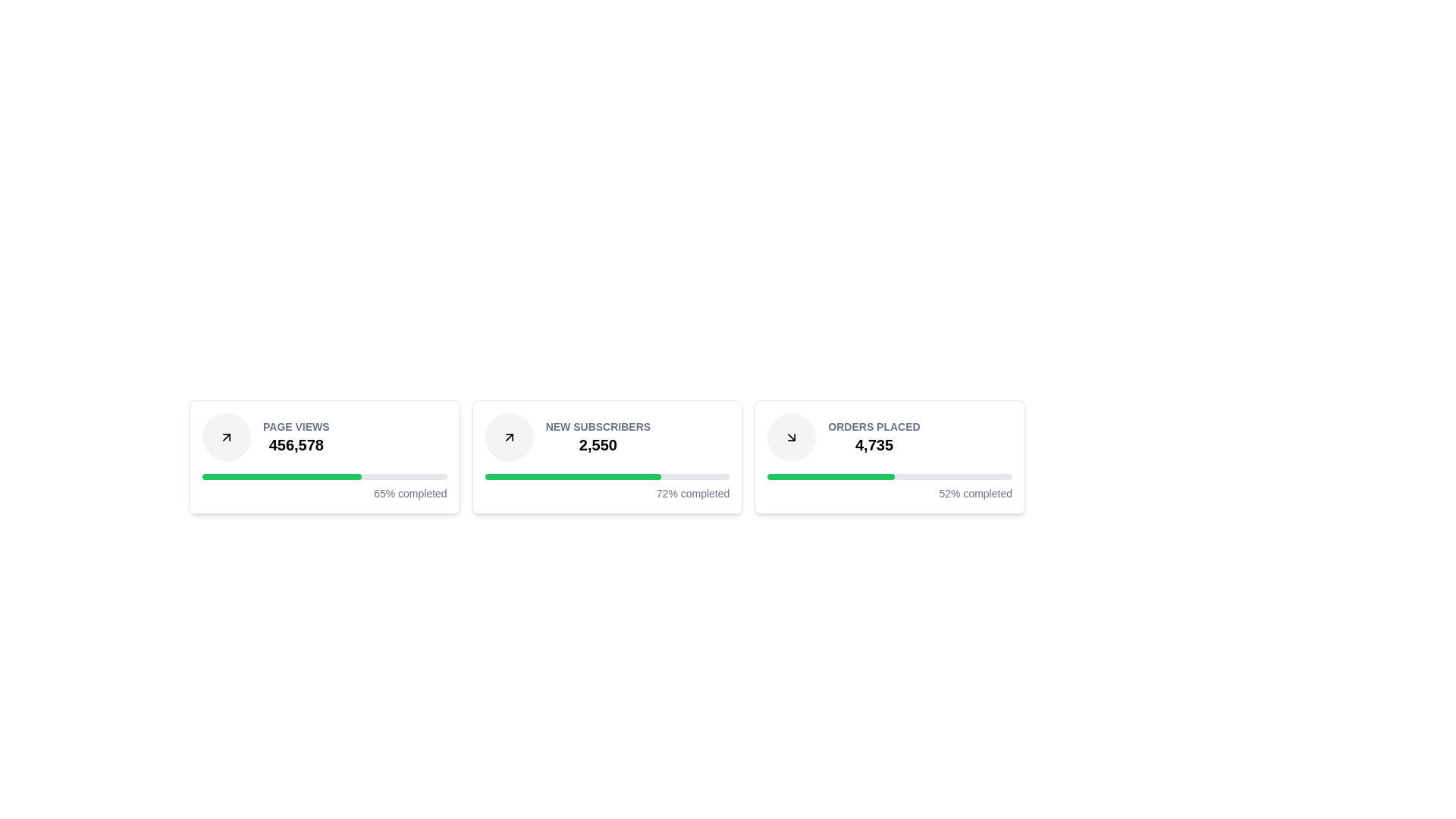 This screenshot has height=819, width=1456. What do you see at coordinates (874, 444) in the screenshot?
I see `bold number '4,735' displayed beneath the label 'ORDERS PLACED' in the white card interface` at bounding box center [874, 444].